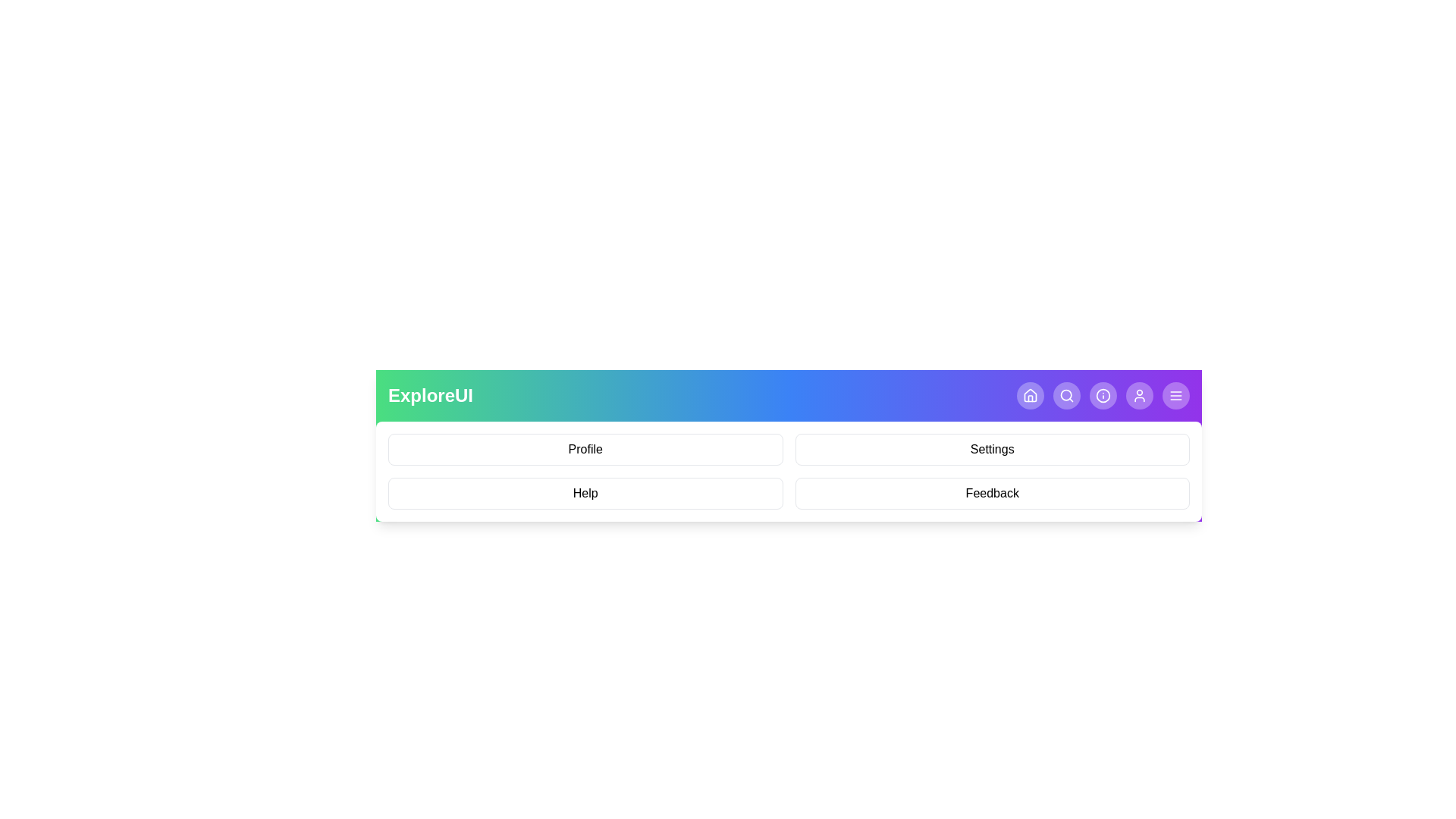 The image size is (1456, 819). I want to click on the menu button to toggle the menu visibility, so click(1175, 394).